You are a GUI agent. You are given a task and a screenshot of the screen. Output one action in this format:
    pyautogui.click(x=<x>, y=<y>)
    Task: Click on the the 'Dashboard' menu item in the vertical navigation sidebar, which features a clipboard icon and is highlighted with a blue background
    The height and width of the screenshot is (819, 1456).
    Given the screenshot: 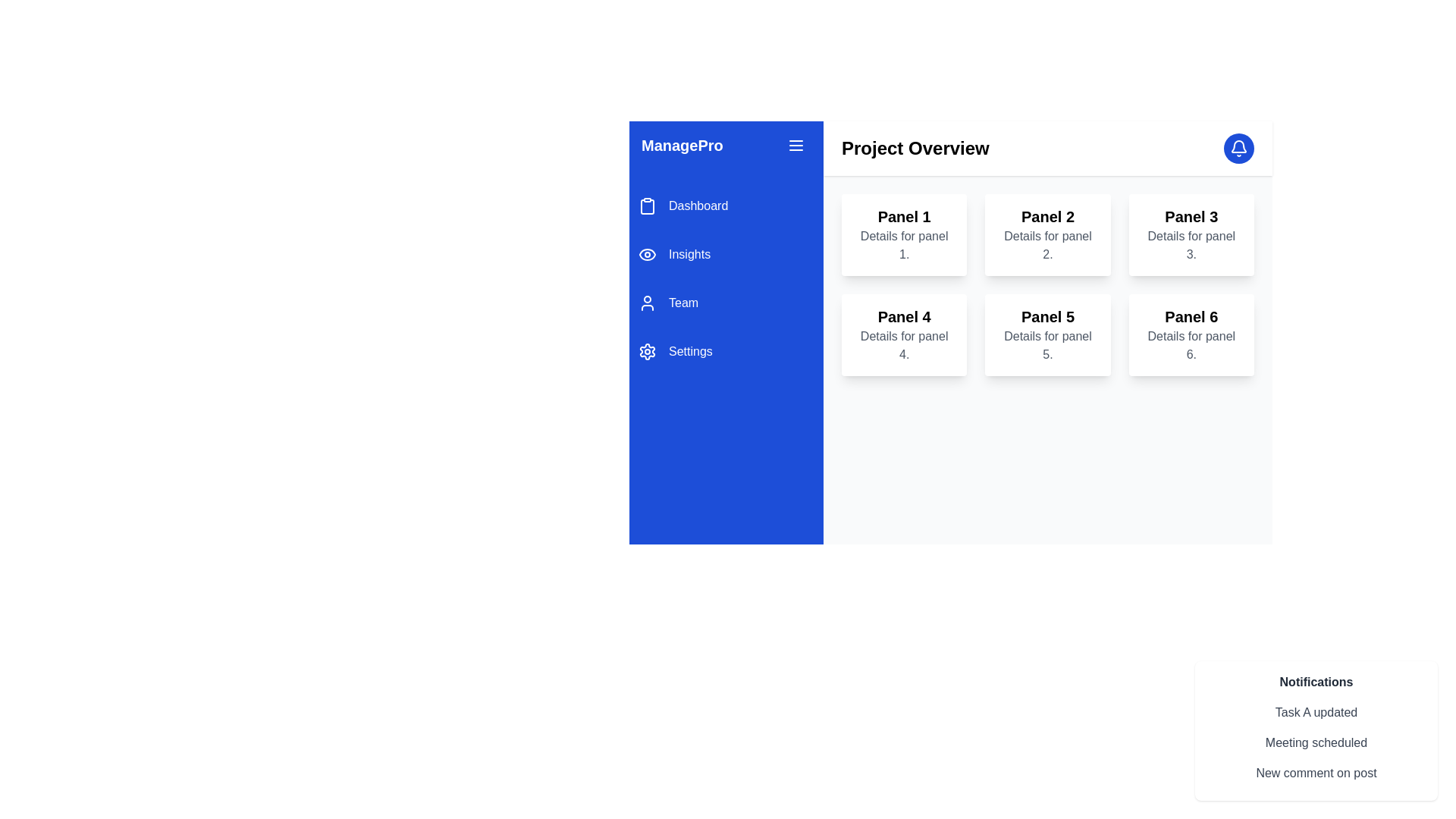 What is the action you would take?
    pyautogui.click(x=726, y=206)
    